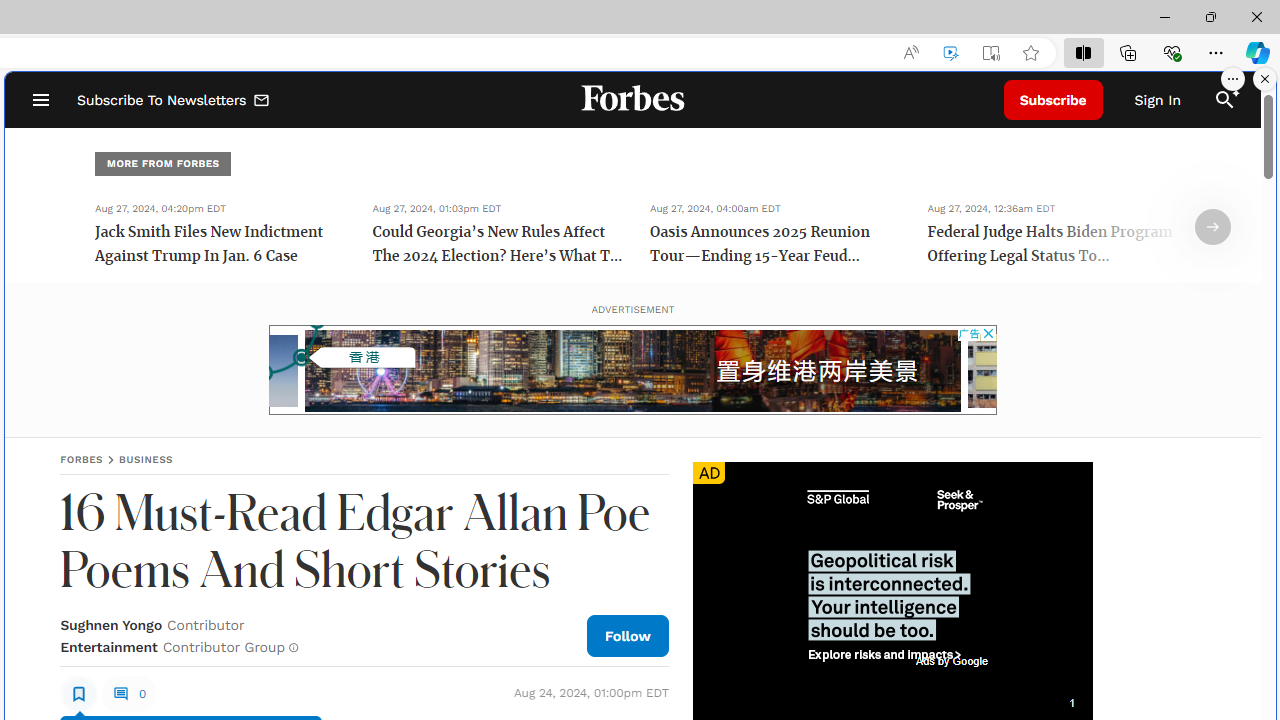  Describe the element at coordinates (1232, 78) in the screenshot. I see `'More options.'` at that location.